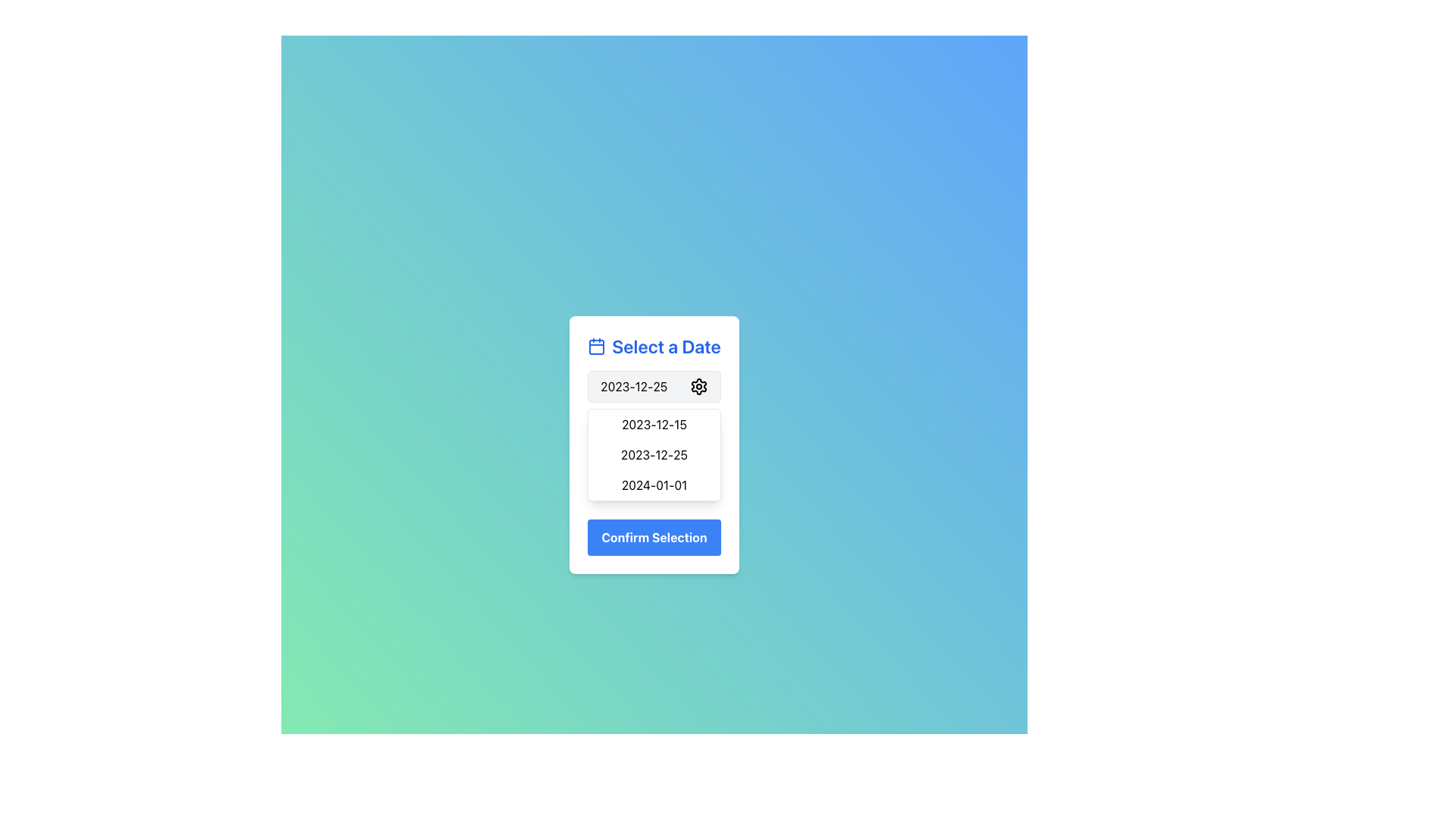  I want to click on text of the heading label for the date selection feature located at the top of the interface, above the dropdown menu, so click(654, 346).